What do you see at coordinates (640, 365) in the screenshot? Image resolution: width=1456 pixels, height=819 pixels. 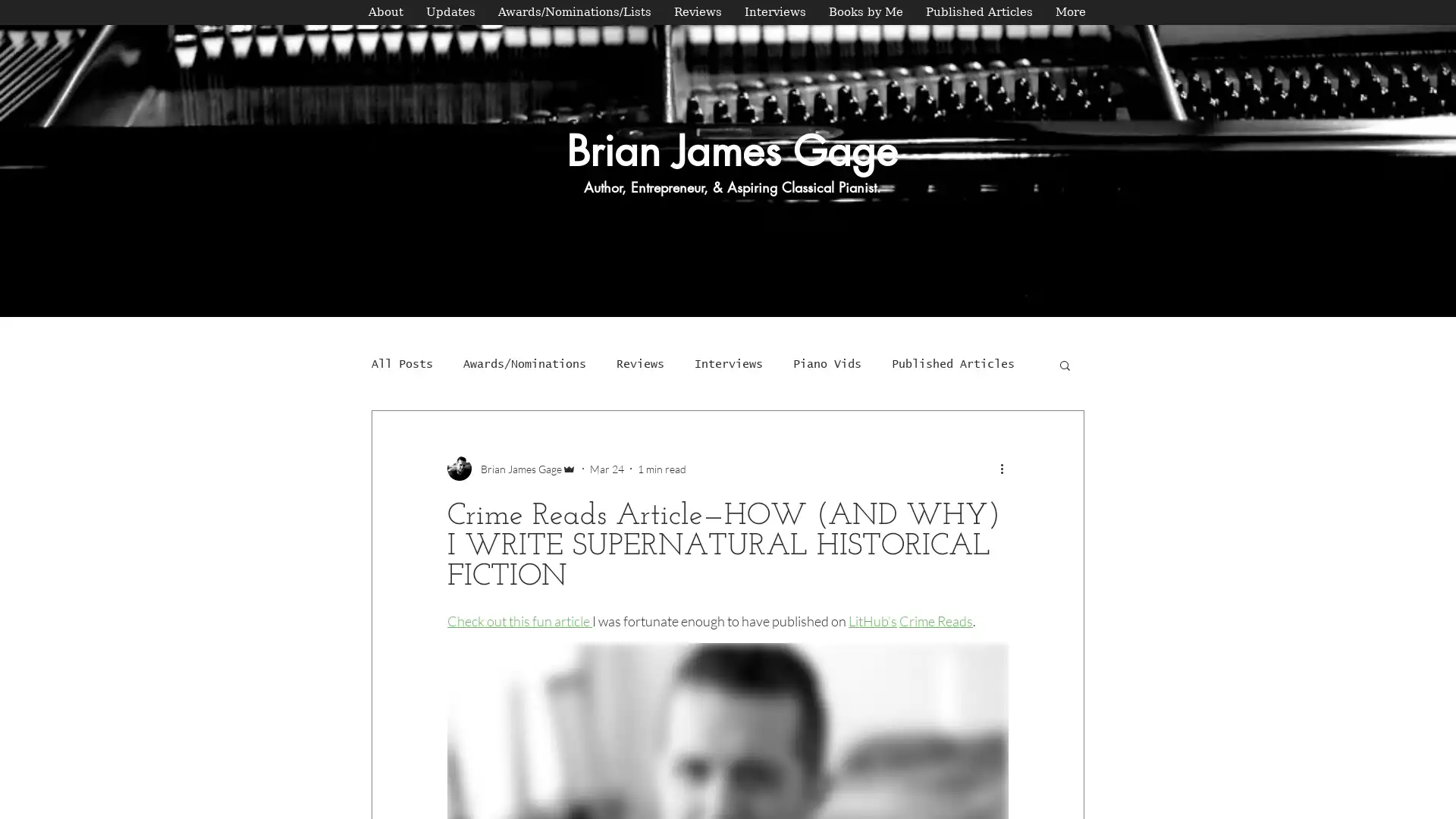 I see `Reviews` at bounding box center [640, 365].